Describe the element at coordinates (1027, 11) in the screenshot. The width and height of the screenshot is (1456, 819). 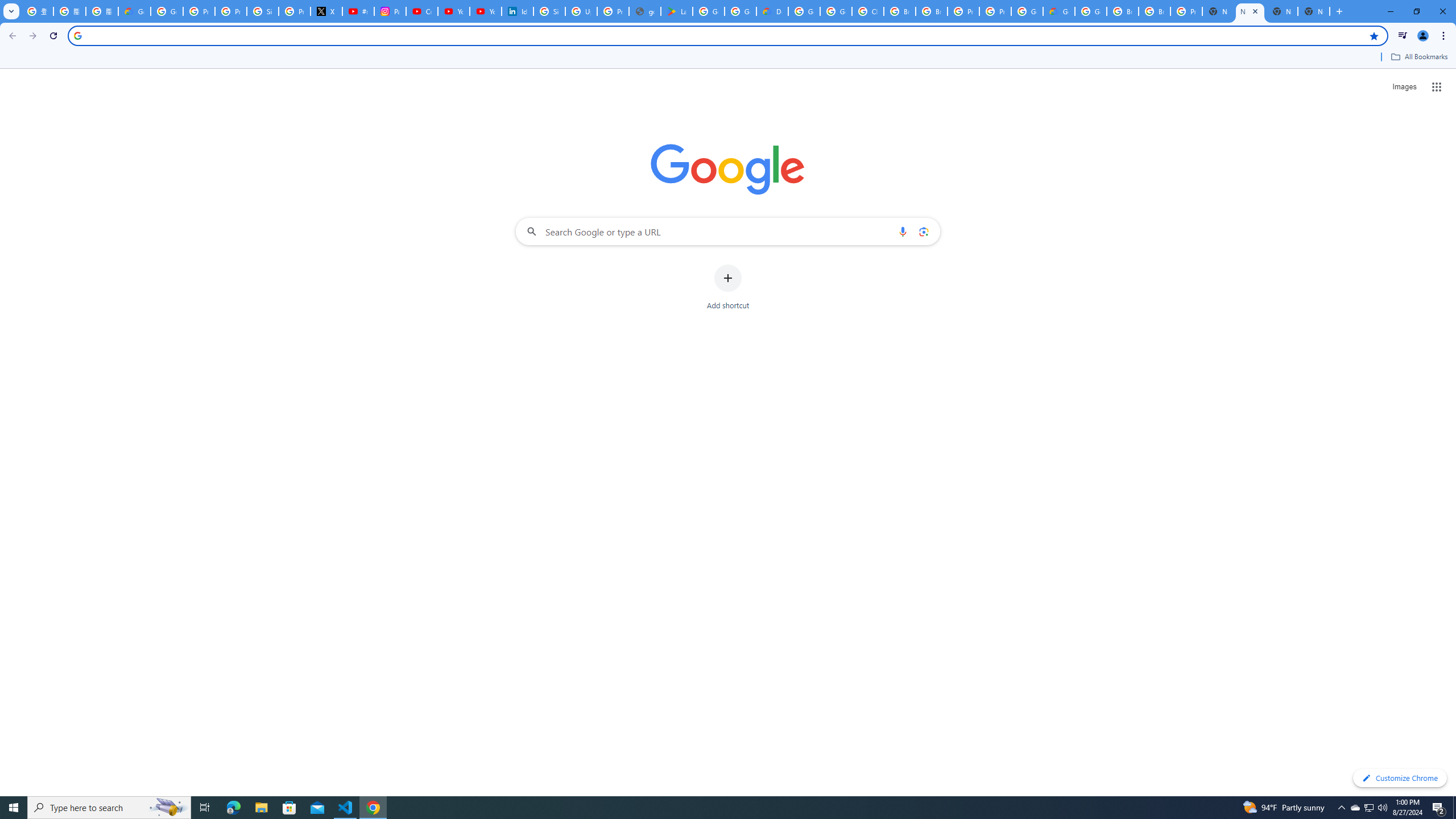
I see `'Google Cloud Platform'` at that location.